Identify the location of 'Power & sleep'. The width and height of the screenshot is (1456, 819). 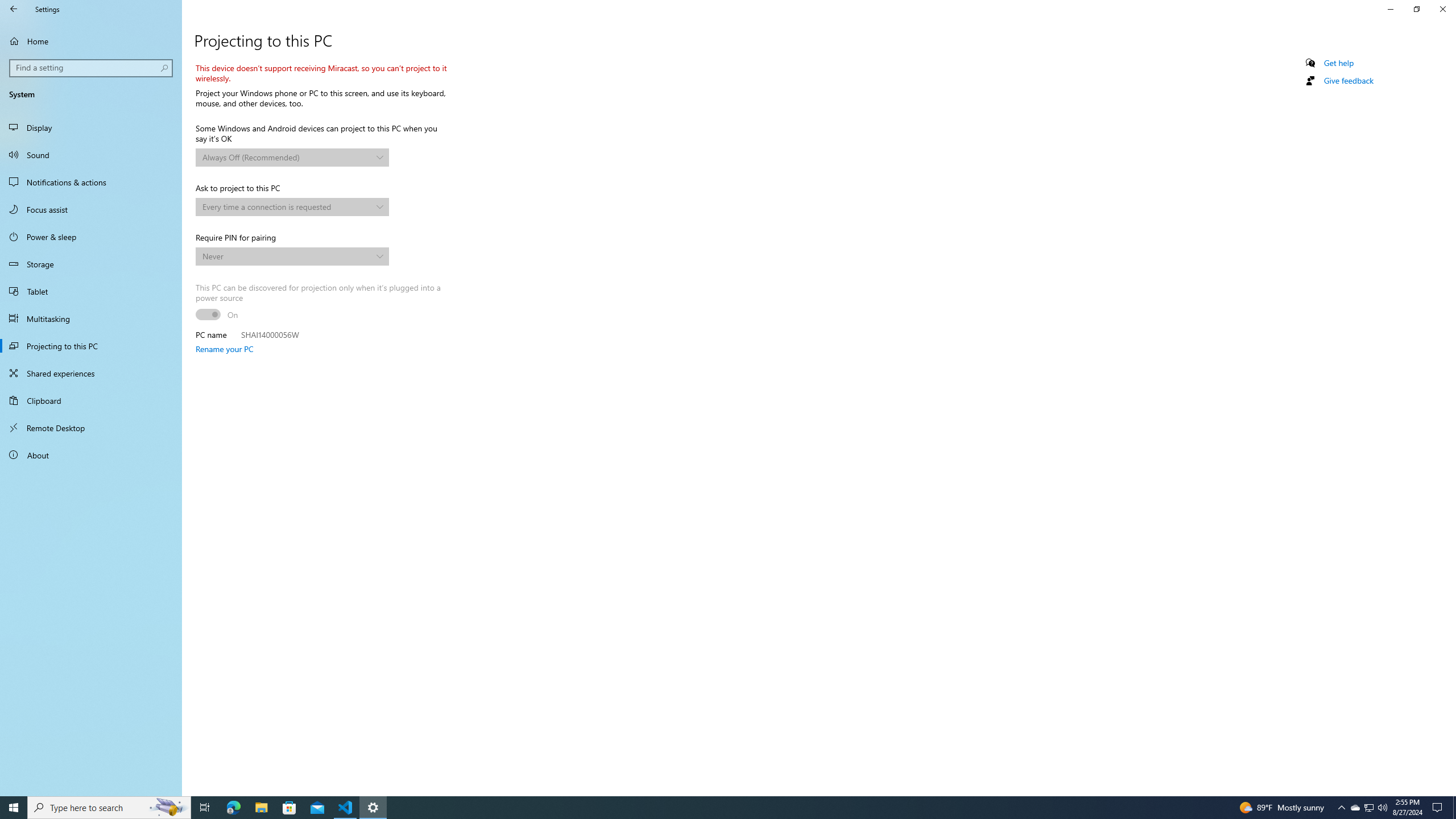
(90, 236).